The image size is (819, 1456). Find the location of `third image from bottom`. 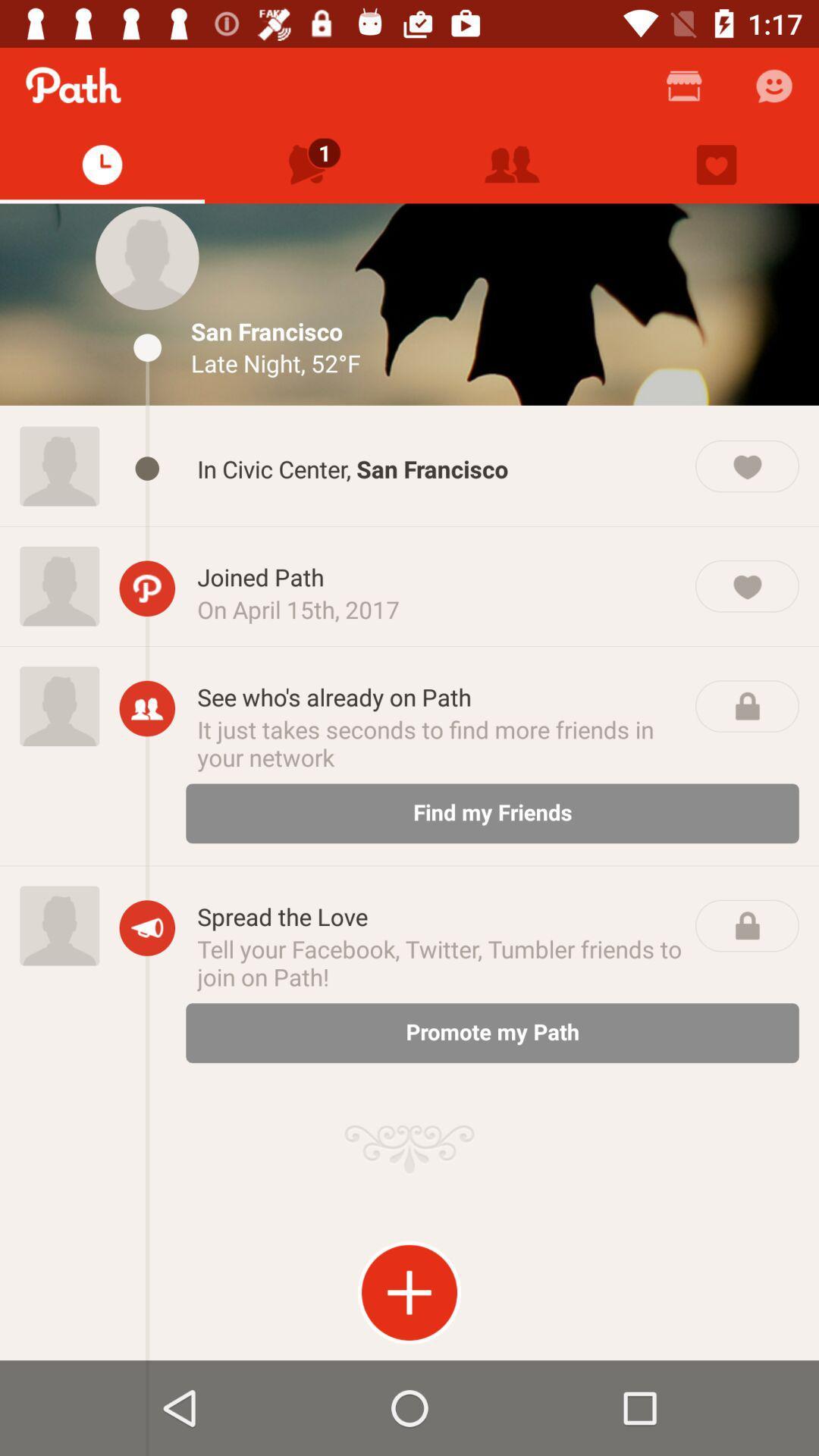

third image from bottom is located at coordinates (58, 585).